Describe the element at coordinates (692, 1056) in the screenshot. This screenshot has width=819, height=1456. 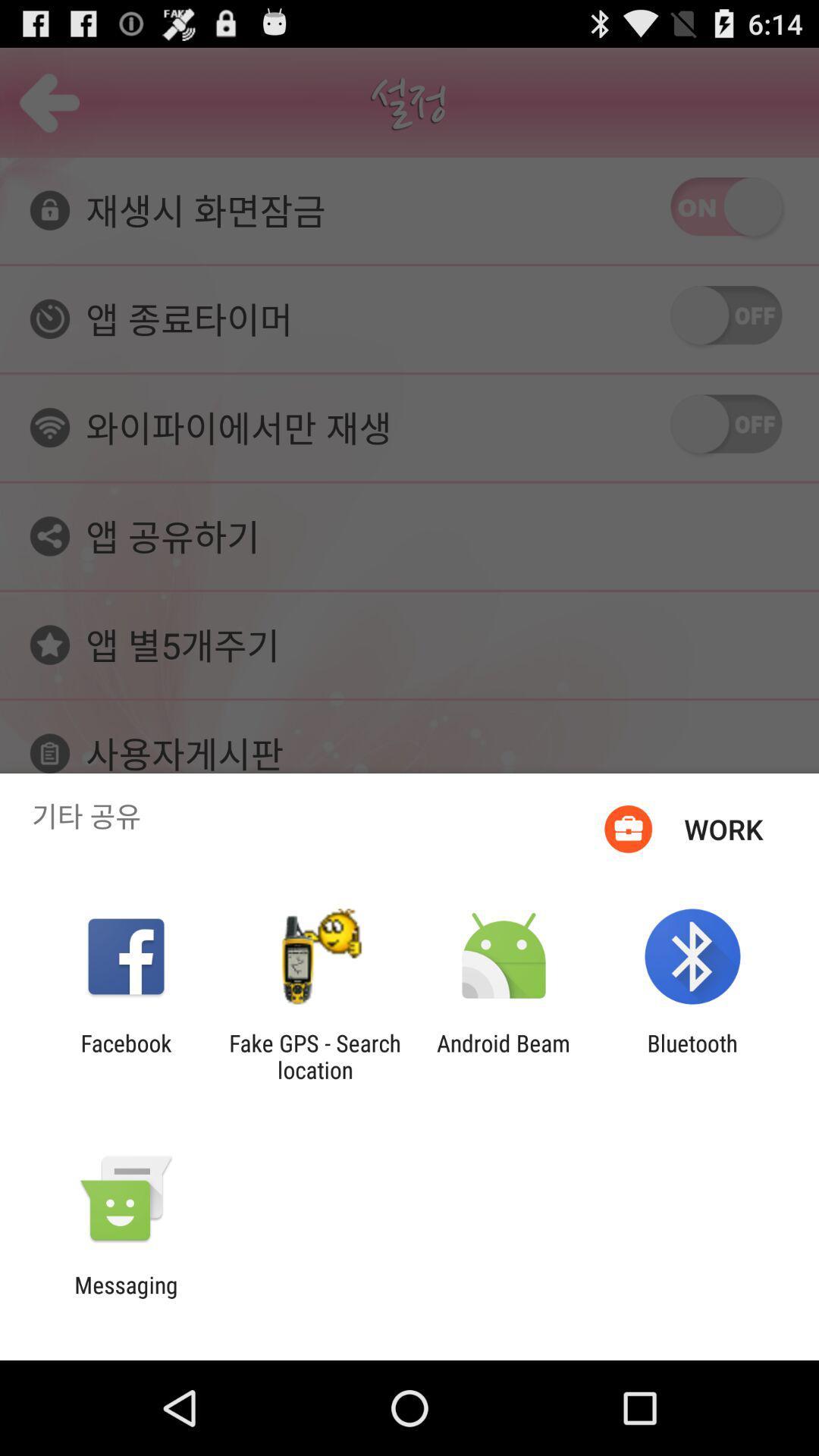
I see `the bluetooth app` at that location.